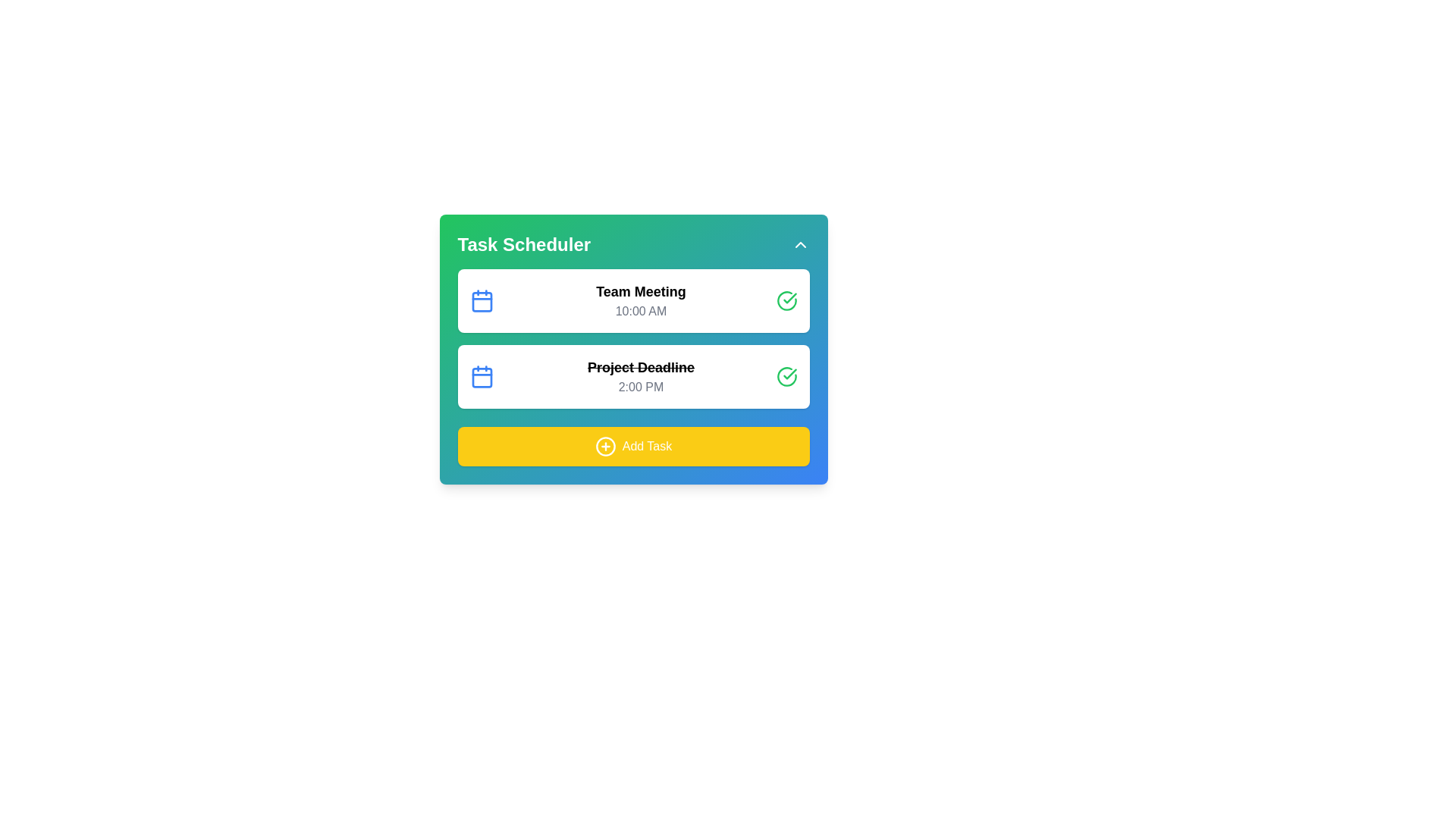  I want to click on the 'Task Scheduler' text header, which is bold, large, and white on a green gradient background, located at the top-left corner of the main panel, so click(524, 244).